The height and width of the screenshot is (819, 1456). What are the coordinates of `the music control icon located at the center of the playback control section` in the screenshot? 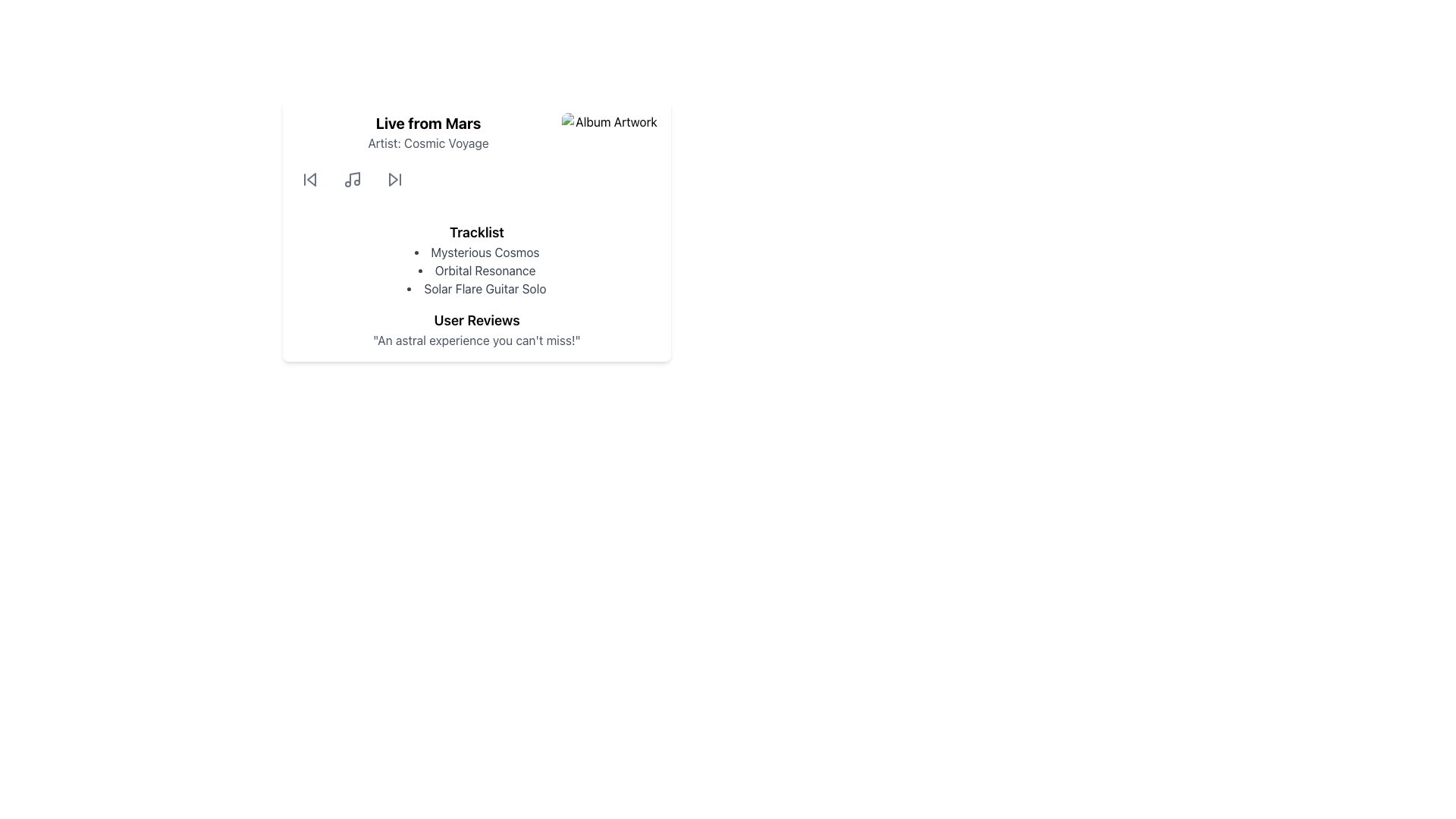 It's located at (352, 178).